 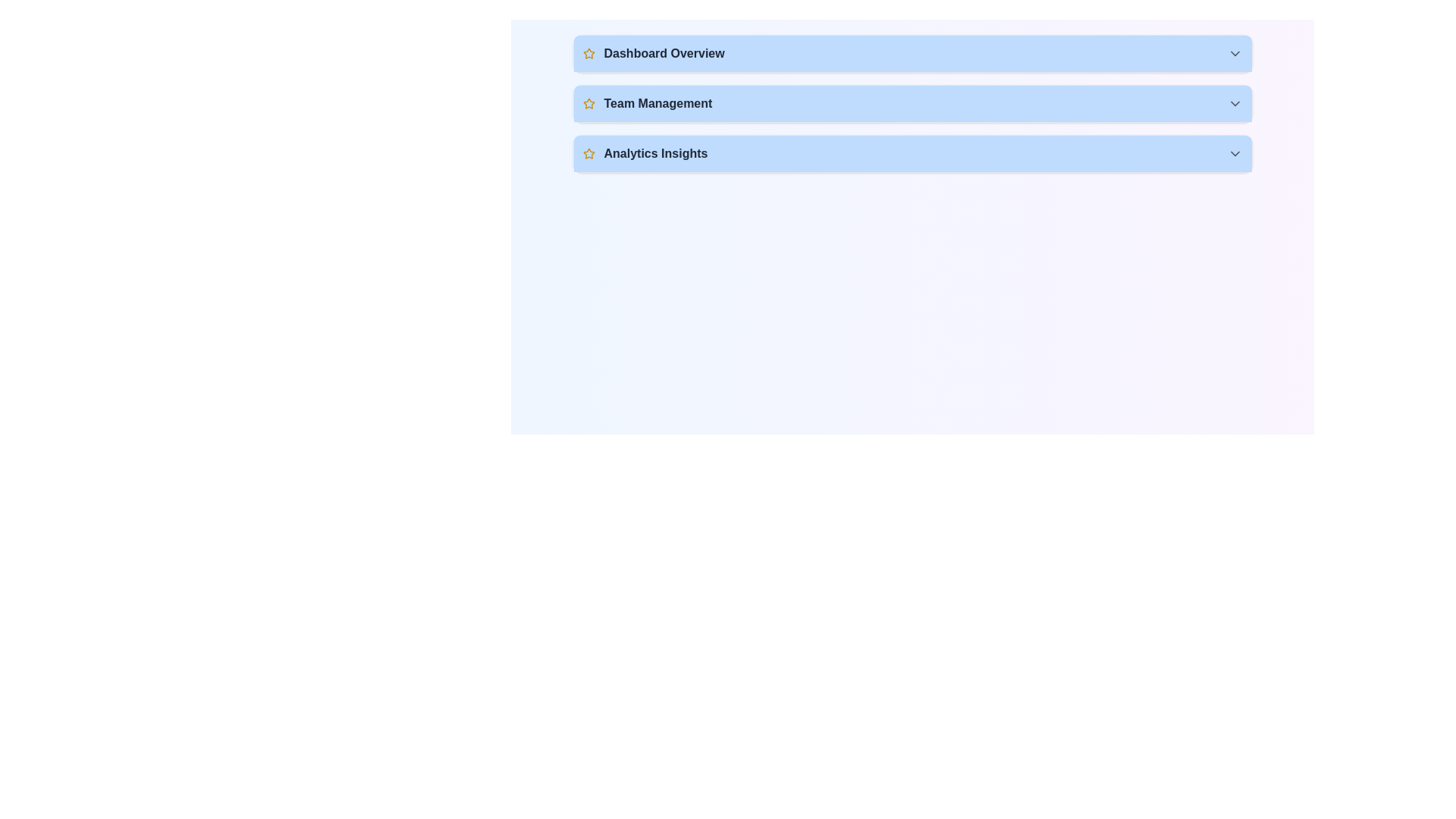 What do you see at coordinates (657, 103) in the screenshot?
I see `the 'Team Management' text label or navigation link` at bounding box center [657, 103].